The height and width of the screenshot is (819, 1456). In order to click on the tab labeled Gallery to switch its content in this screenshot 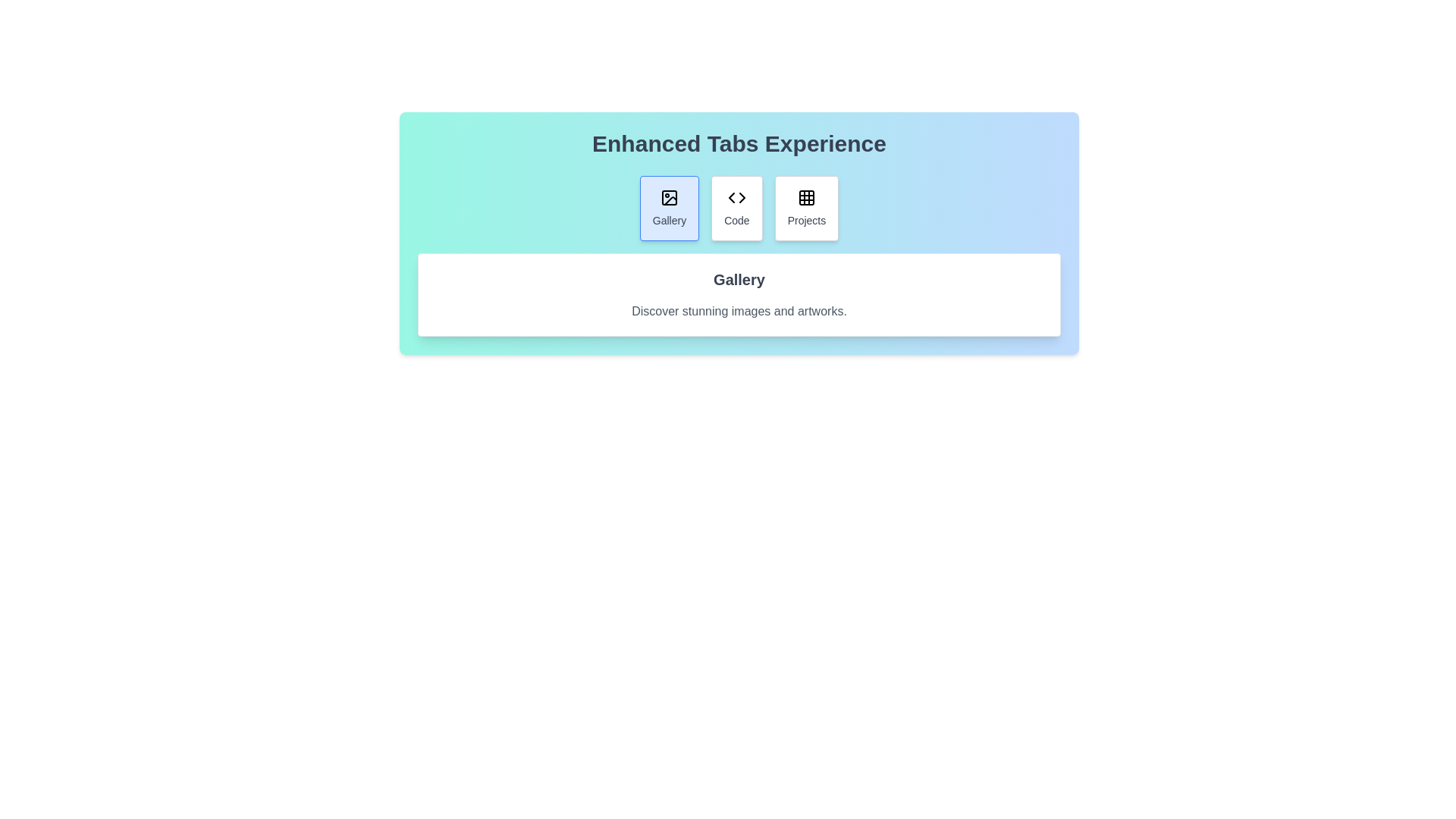, I will do `click(669, 208)`.